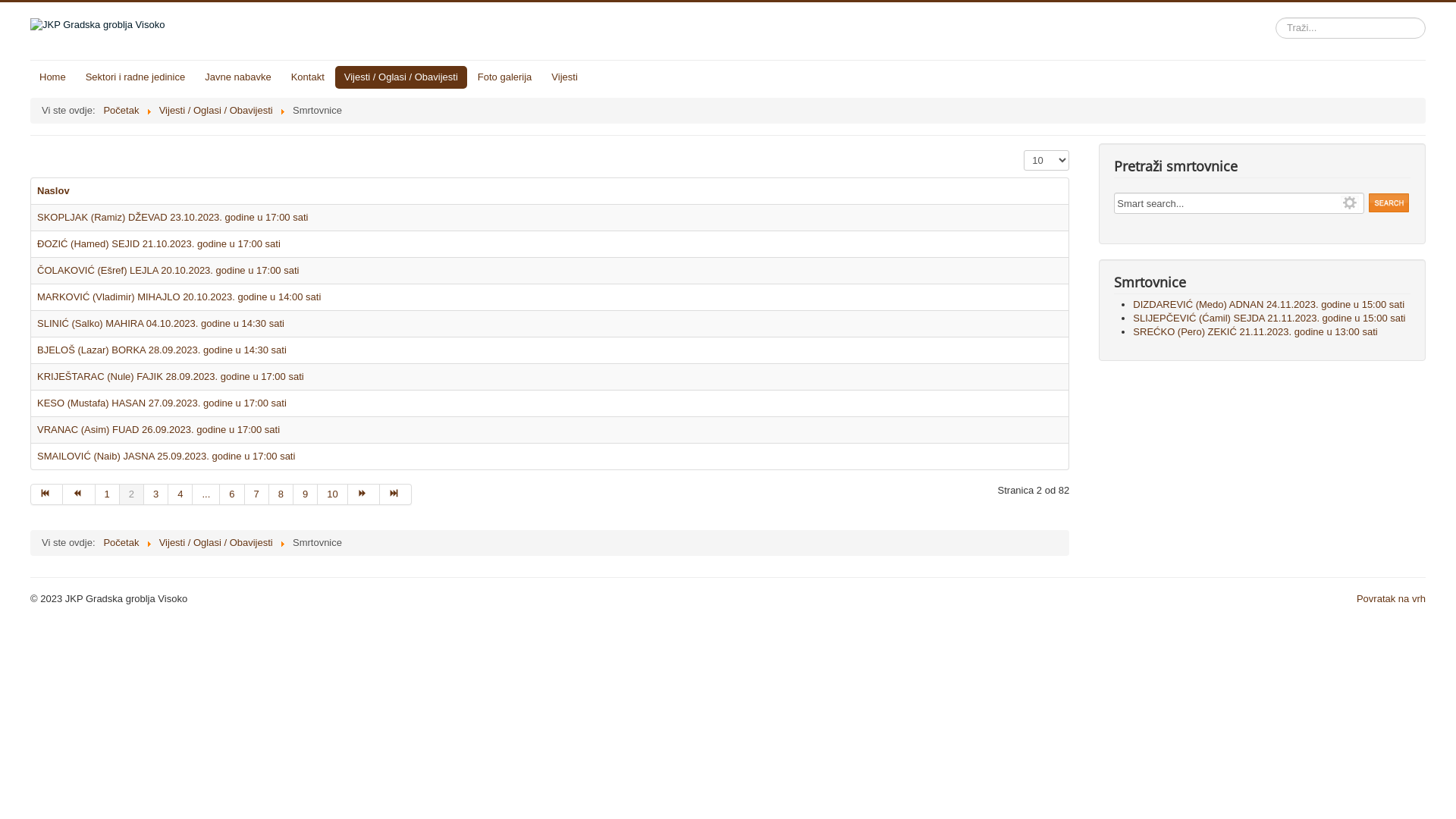 The width and height of the screenshot is (1456, 819). What do you see at coordinates (158, 429) in the screenshot?
I see `'VRANAC (Asim) FUAD 26.09.2023. godine u 17:00 sati'` at bounding box center [158, 429].